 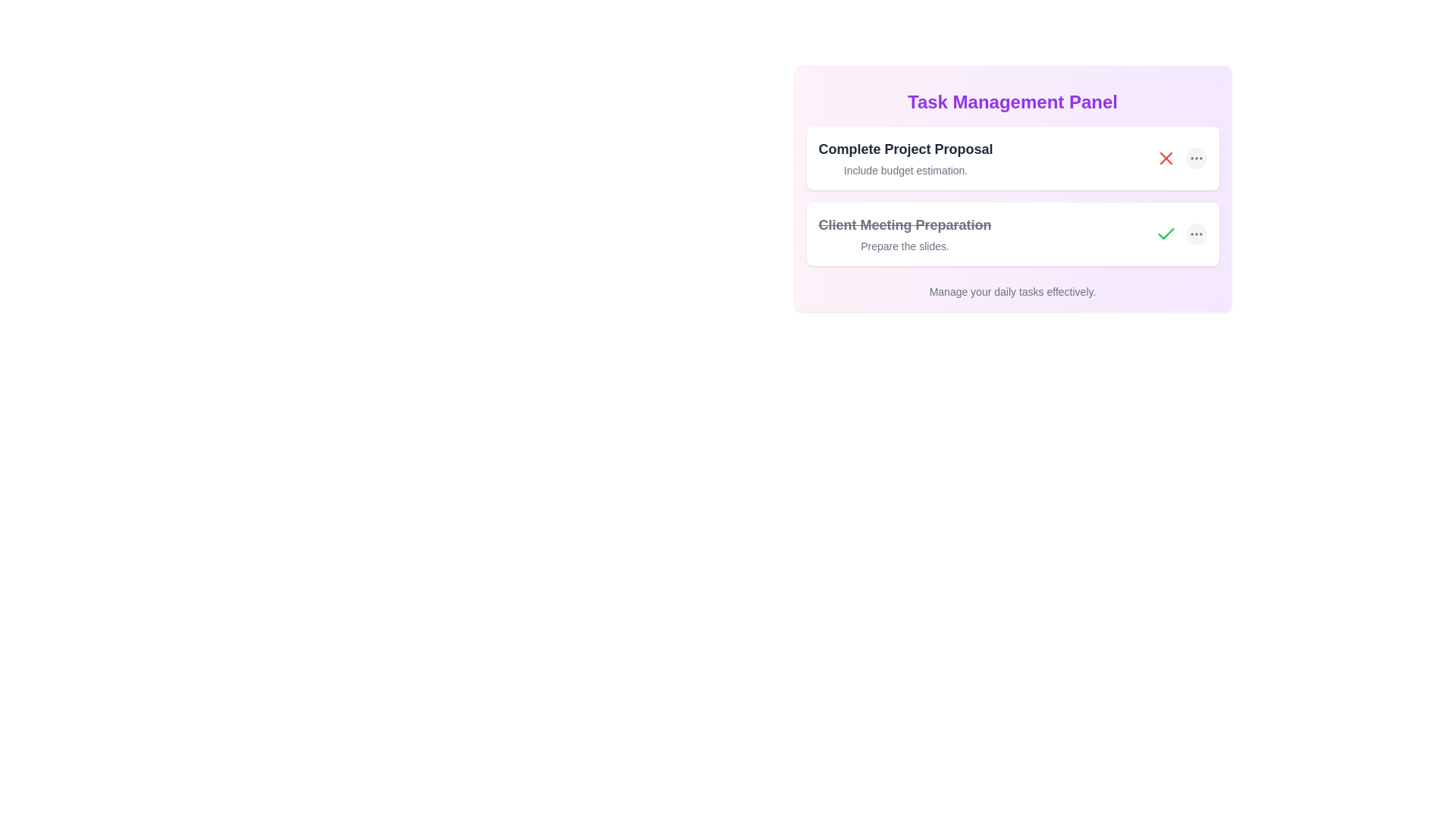 I want to click on the completed task item labeled 'Client Meeting Preparation' in the Task Management Panel, so click(x=1012, y=250).